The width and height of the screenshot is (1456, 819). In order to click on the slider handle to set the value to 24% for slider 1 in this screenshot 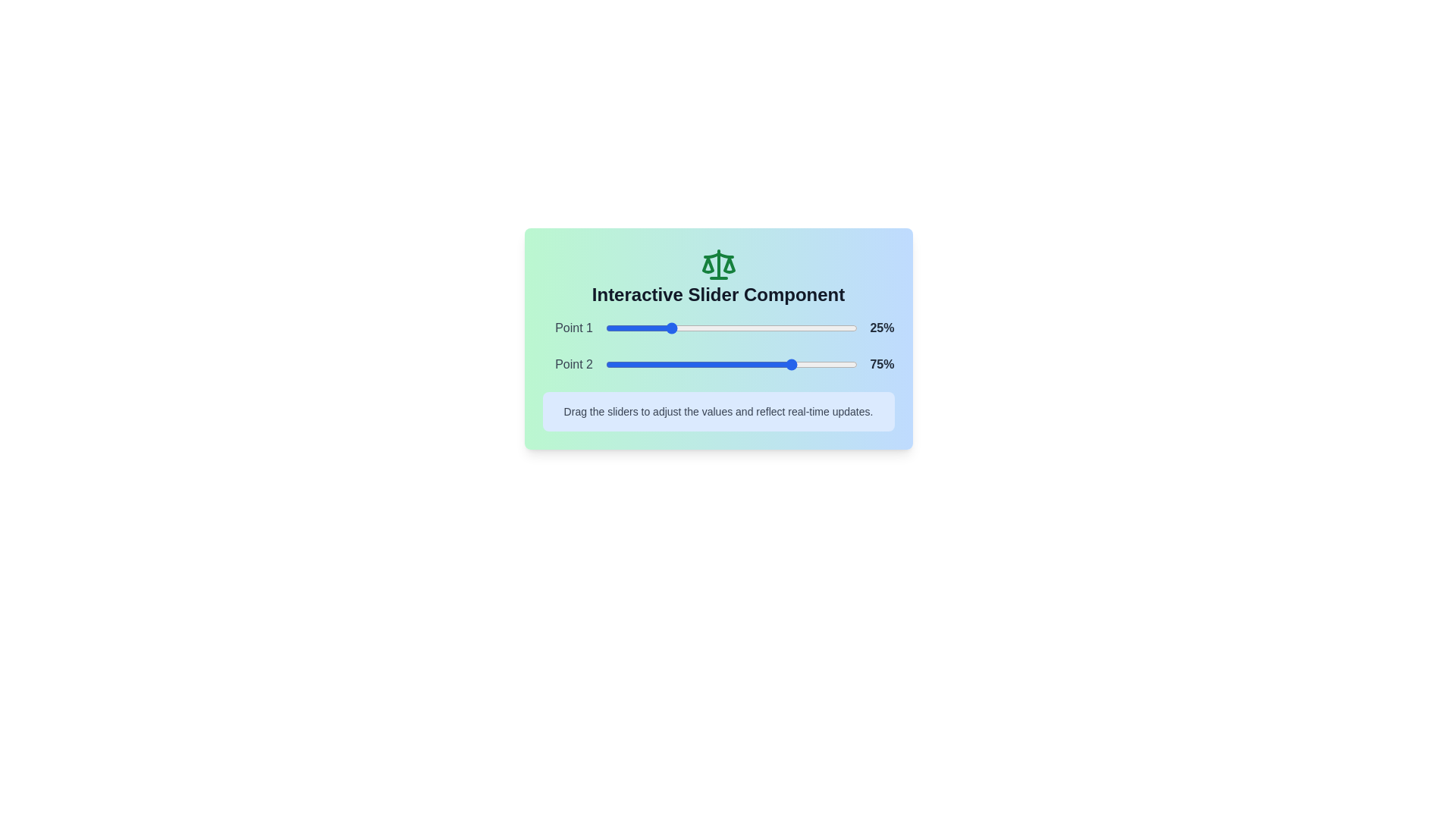, I will do `click(666, 327)`.